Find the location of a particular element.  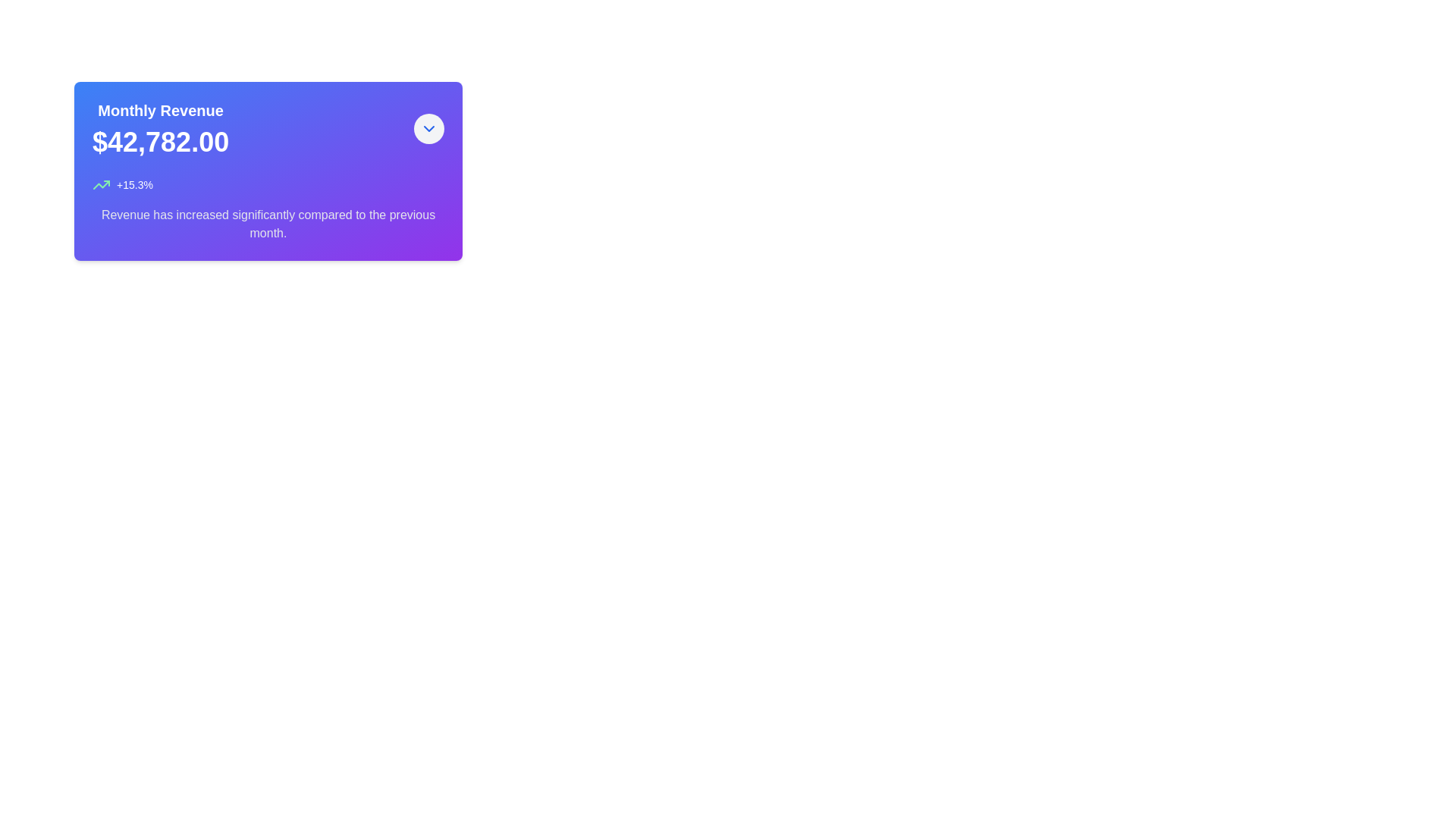

the percentage indicator text located in the lower left region of the card, to the right of the upward trend icon is located at coordinates (134, 184).